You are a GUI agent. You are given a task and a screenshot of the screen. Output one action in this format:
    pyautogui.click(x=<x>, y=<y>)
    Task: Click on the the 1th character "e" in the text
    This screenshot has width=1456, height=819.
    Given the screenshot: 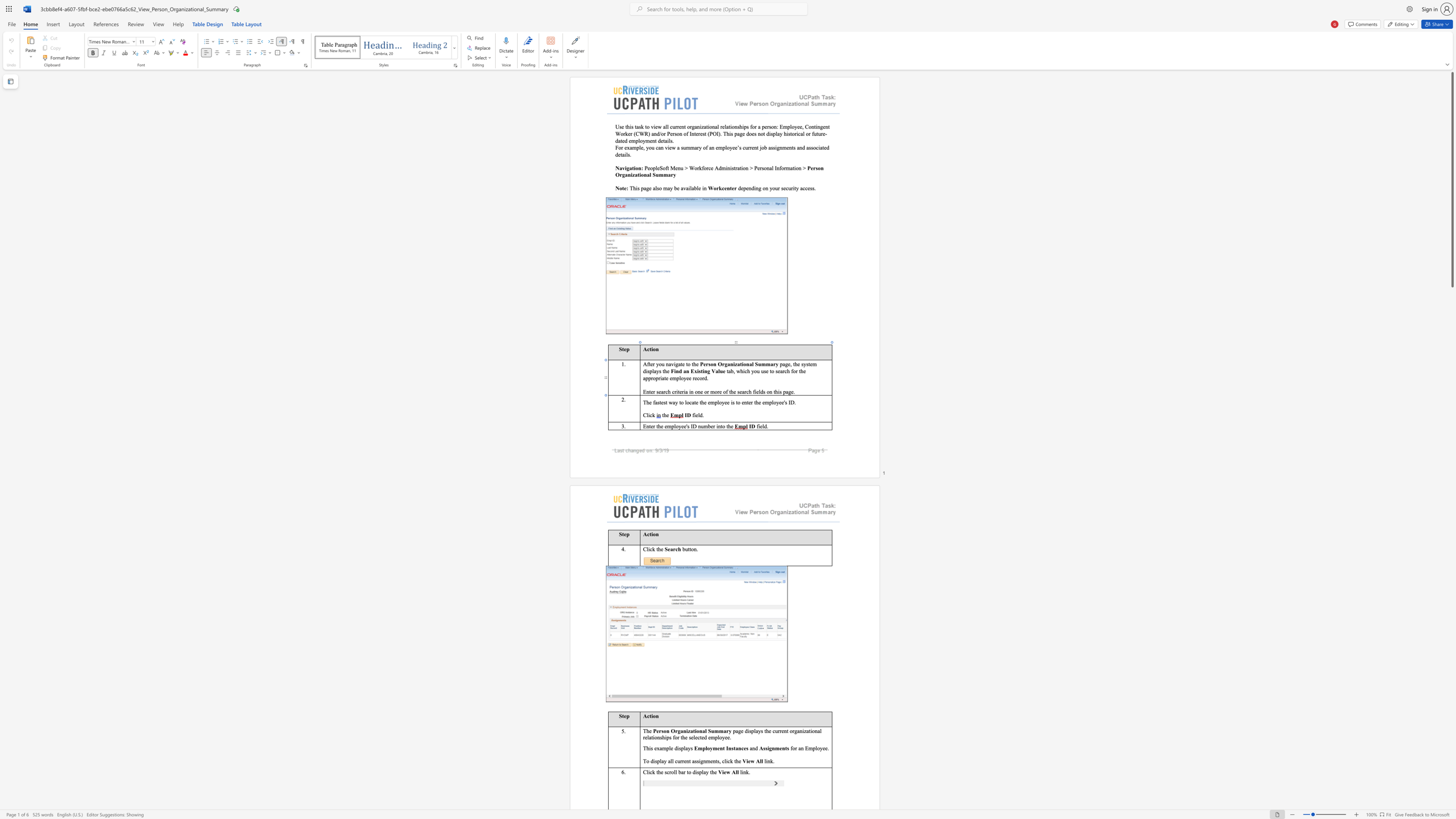 What is the action you would take?
    pyautogui.click(x=649, y=402)
    